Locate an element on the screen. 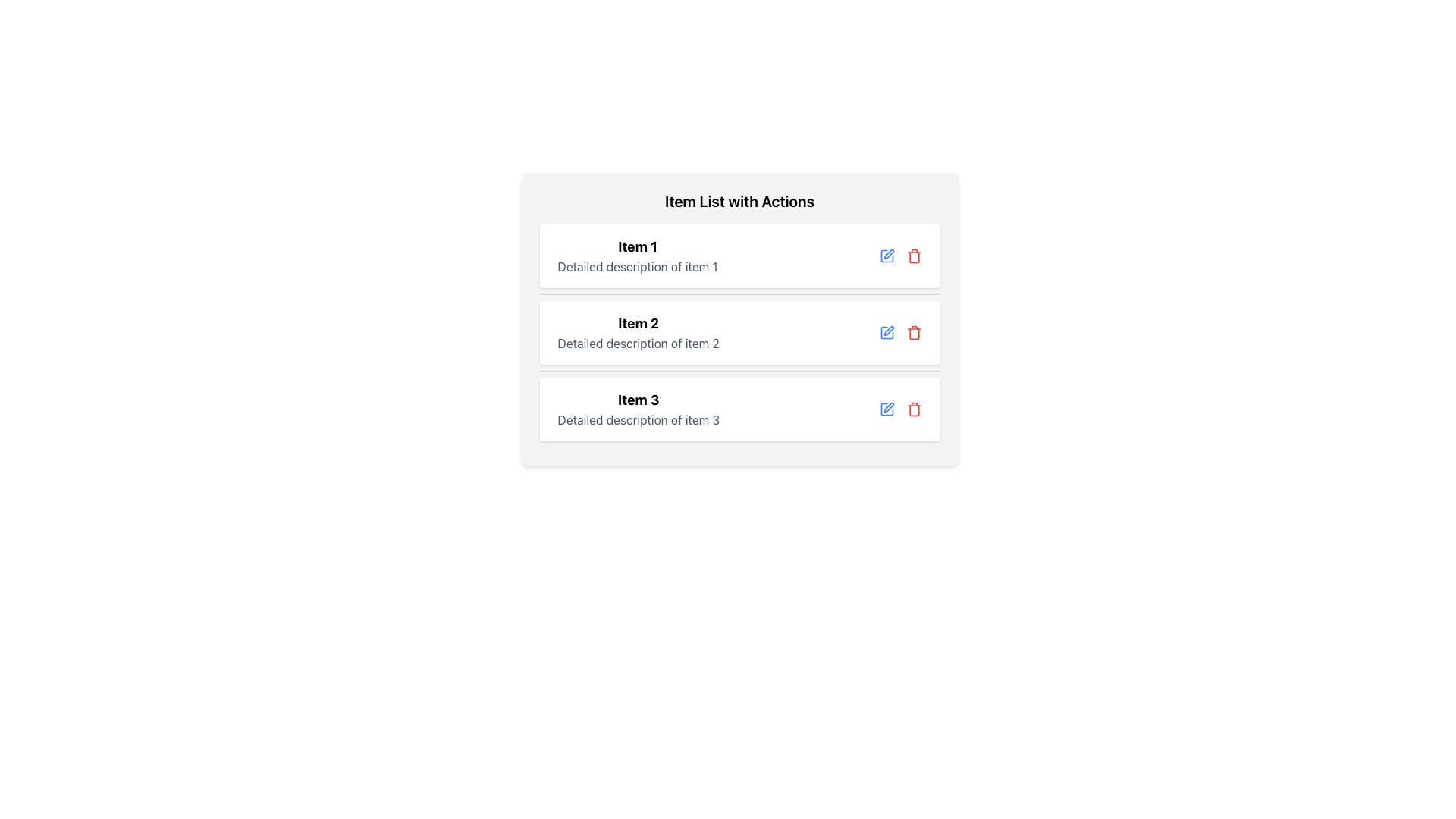  the Text display element that lists 'Item 1' at the top of the vertical list is located at coordinates (637, 256).